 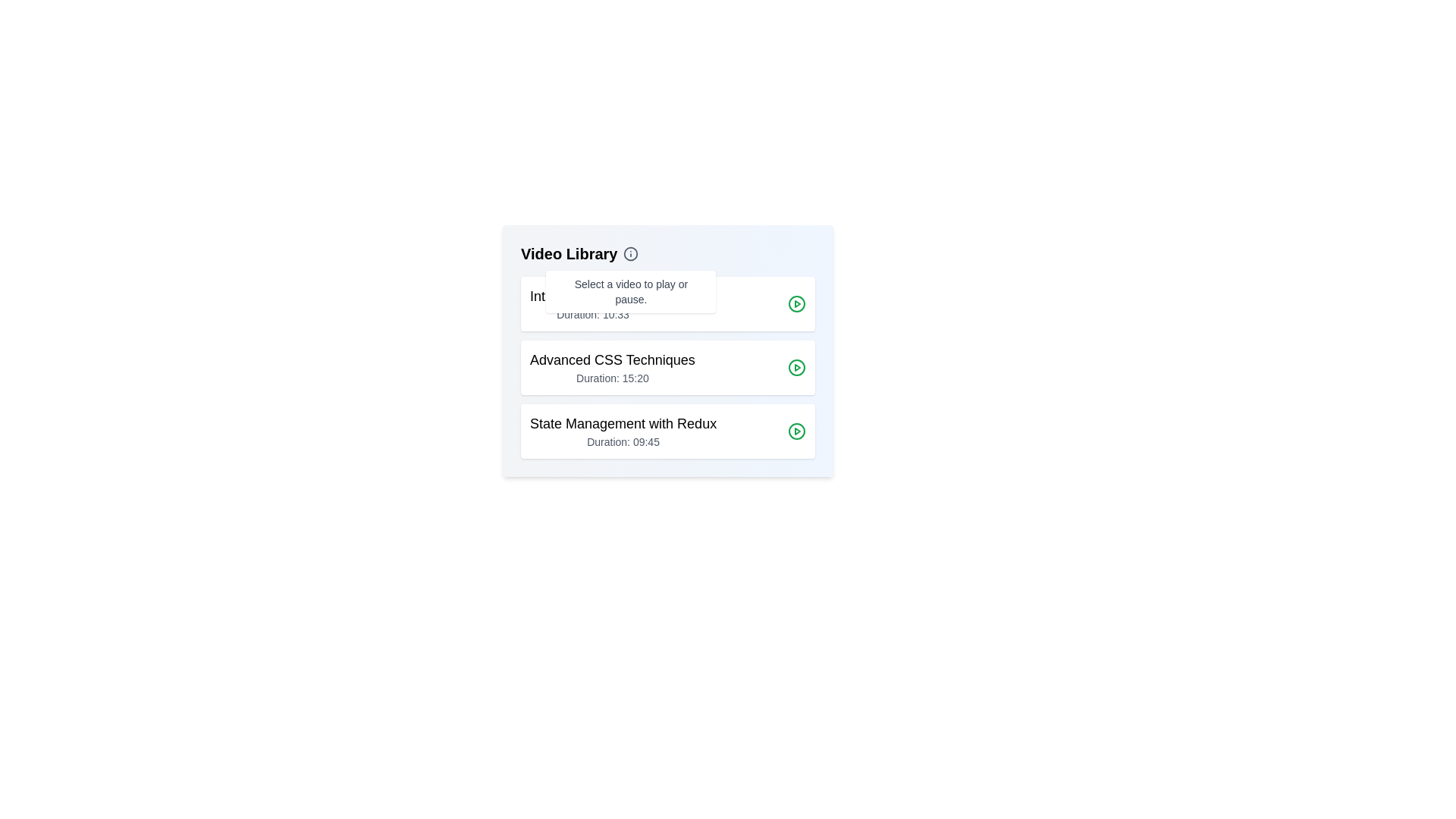 I want to click on the Informational block titled 'Introduction to React' which displays the subtitle 'Duration: 10:33', so click(x=592, y=304).